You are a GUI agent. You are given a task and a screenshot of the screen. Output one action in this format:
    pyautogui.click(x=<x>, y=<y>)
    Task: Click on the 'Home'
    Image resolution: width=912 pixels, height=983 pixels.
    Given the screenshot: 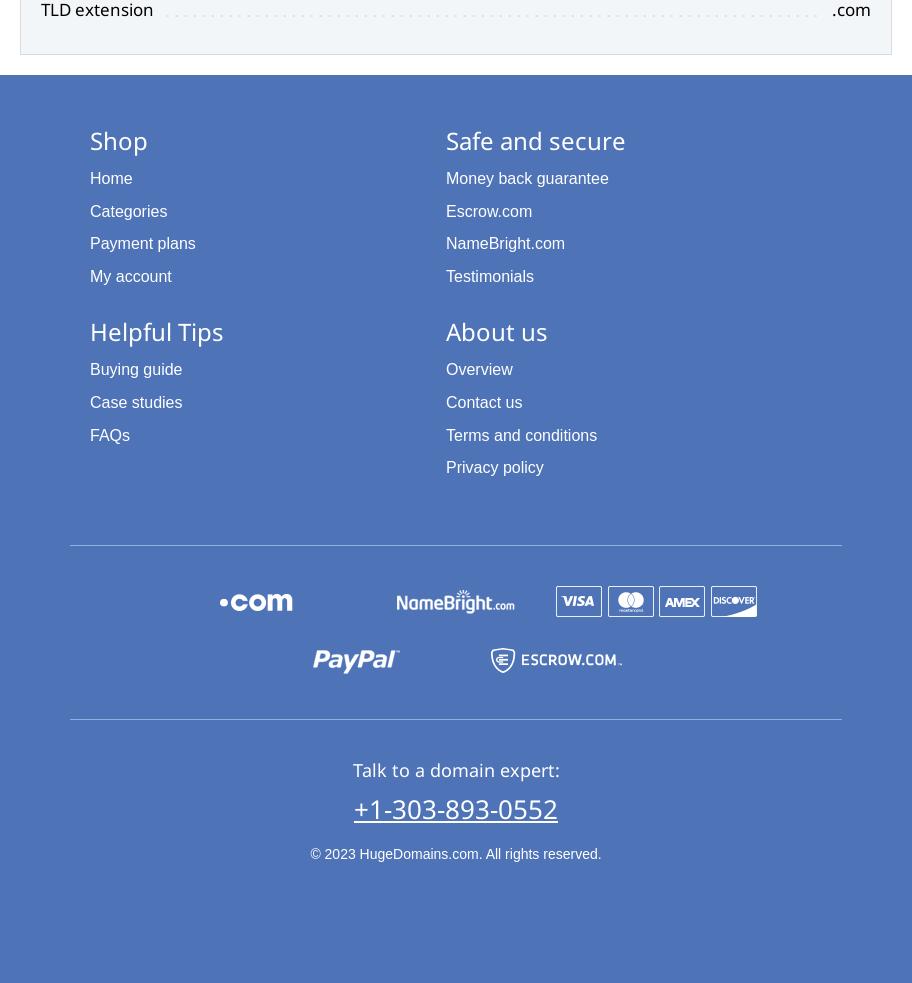 What is the action you would take?
    pyautogui.click(x=110, y=177)
    